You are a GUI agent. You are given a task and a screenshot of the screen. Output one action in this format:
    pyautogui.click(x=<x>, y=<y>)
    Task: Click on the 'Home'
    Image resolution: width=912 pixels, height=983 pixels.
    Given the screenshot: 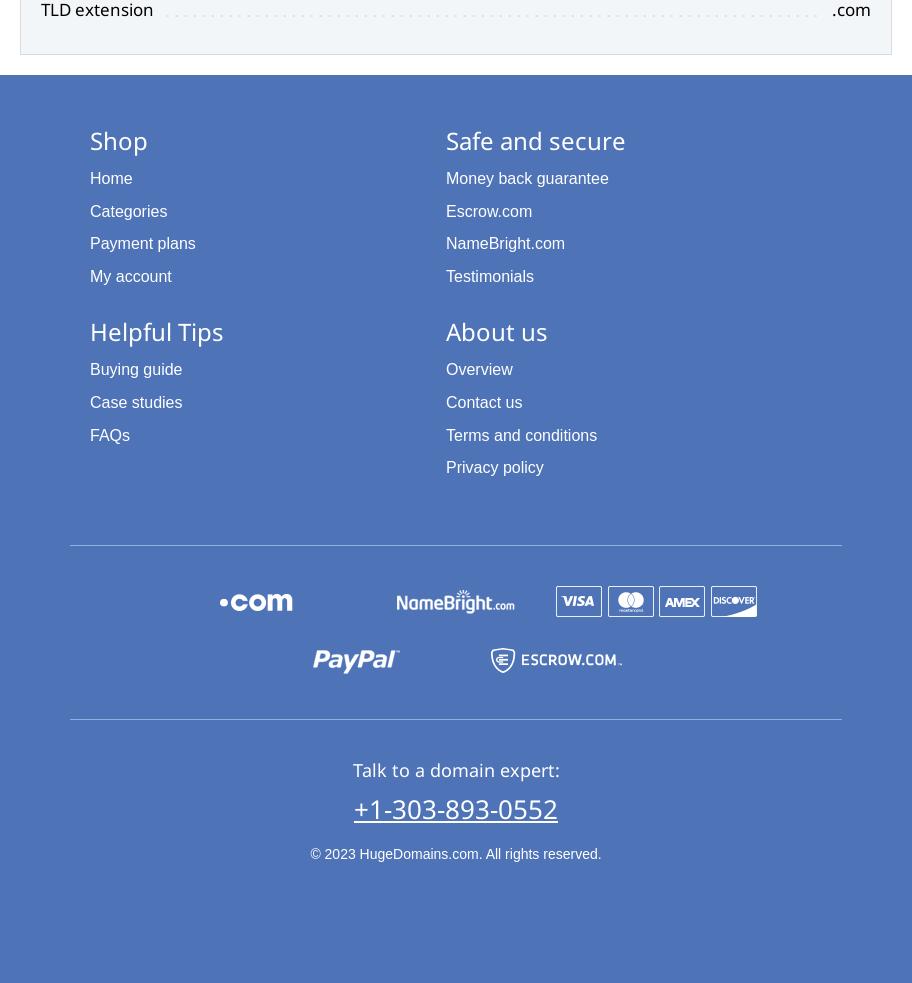 What is the action you would take?
    pyautogui.click(x=110, y=177)
    